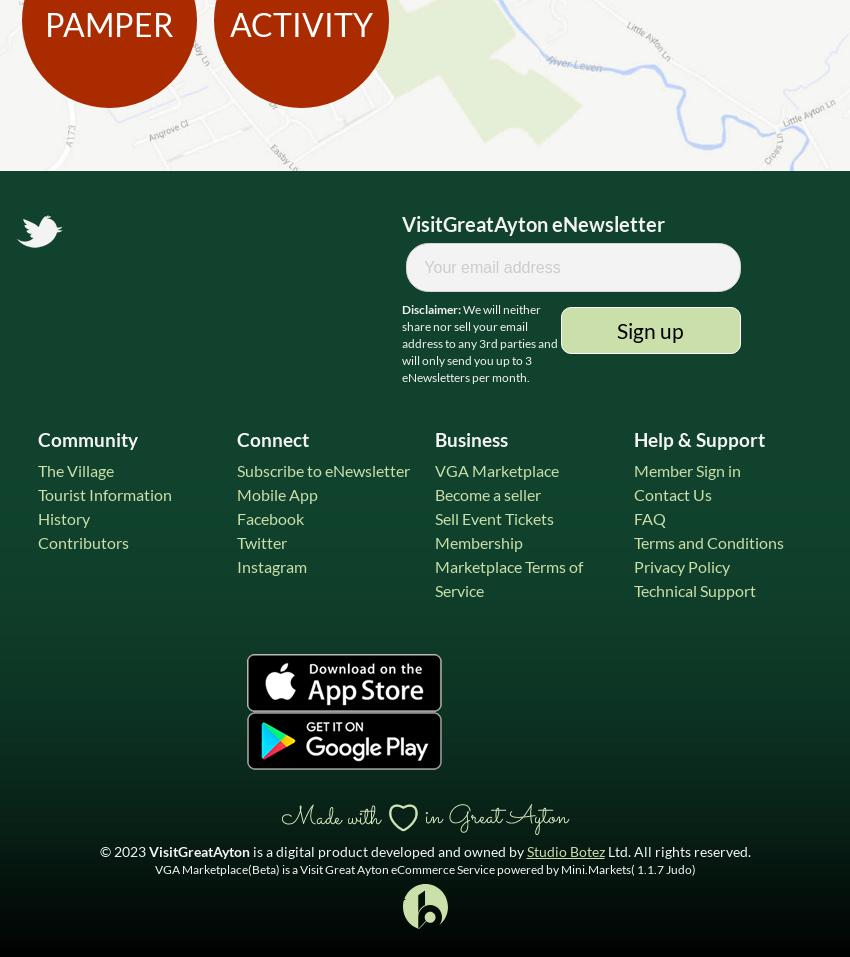  I want to click on 'We will neither share nor sell your email address to any 3rd parties and will only send you up to 3 eNewsletters per month.', so click(401, 342).